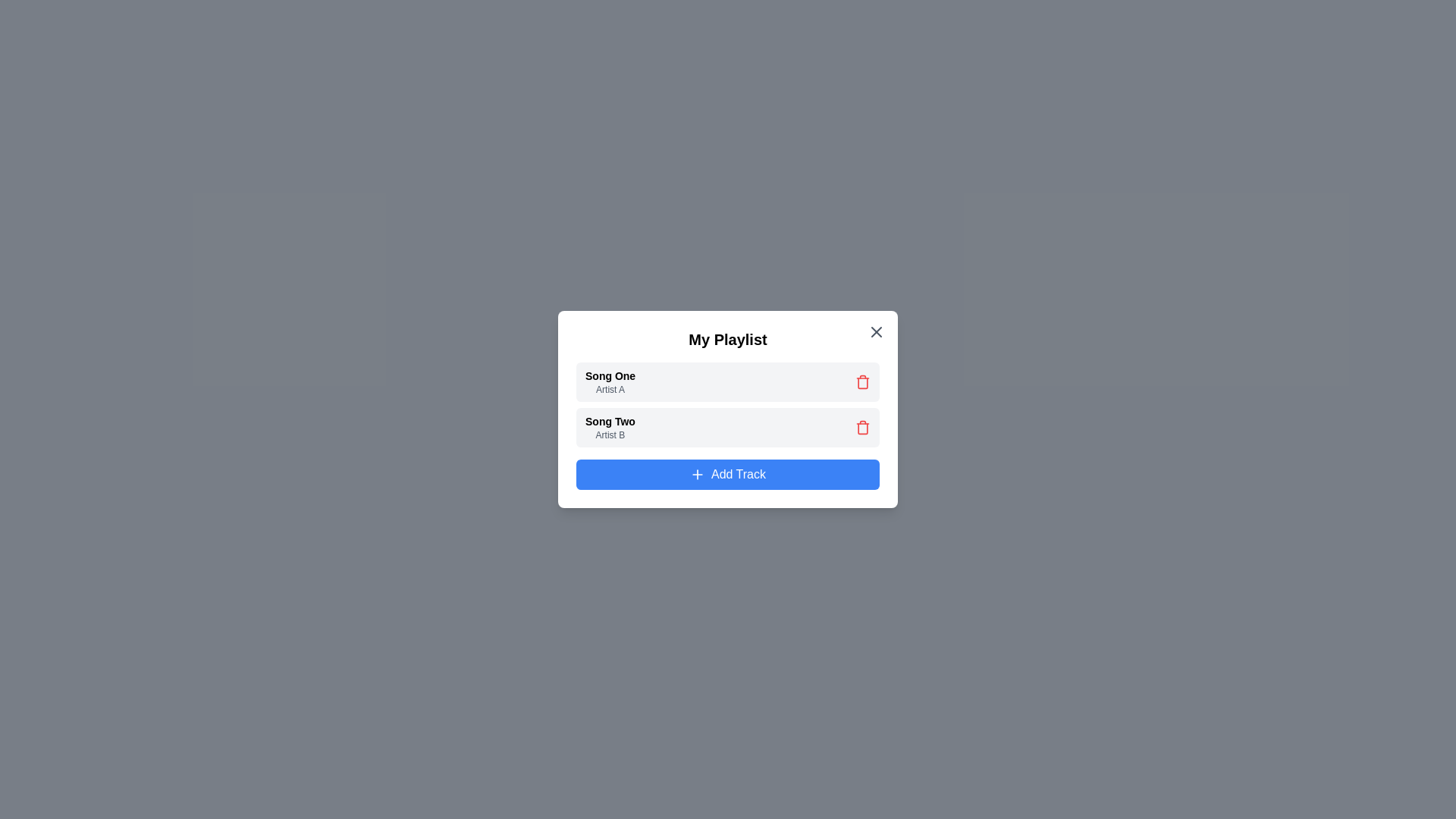 The image size is (1456, 819). What do you see at coordinates (728, 338) in the screenshot?
I see `text label that says 'My Playlist', which is a prominent and bold text component located at the top center of the card interface` at bounding box center [728, 338].